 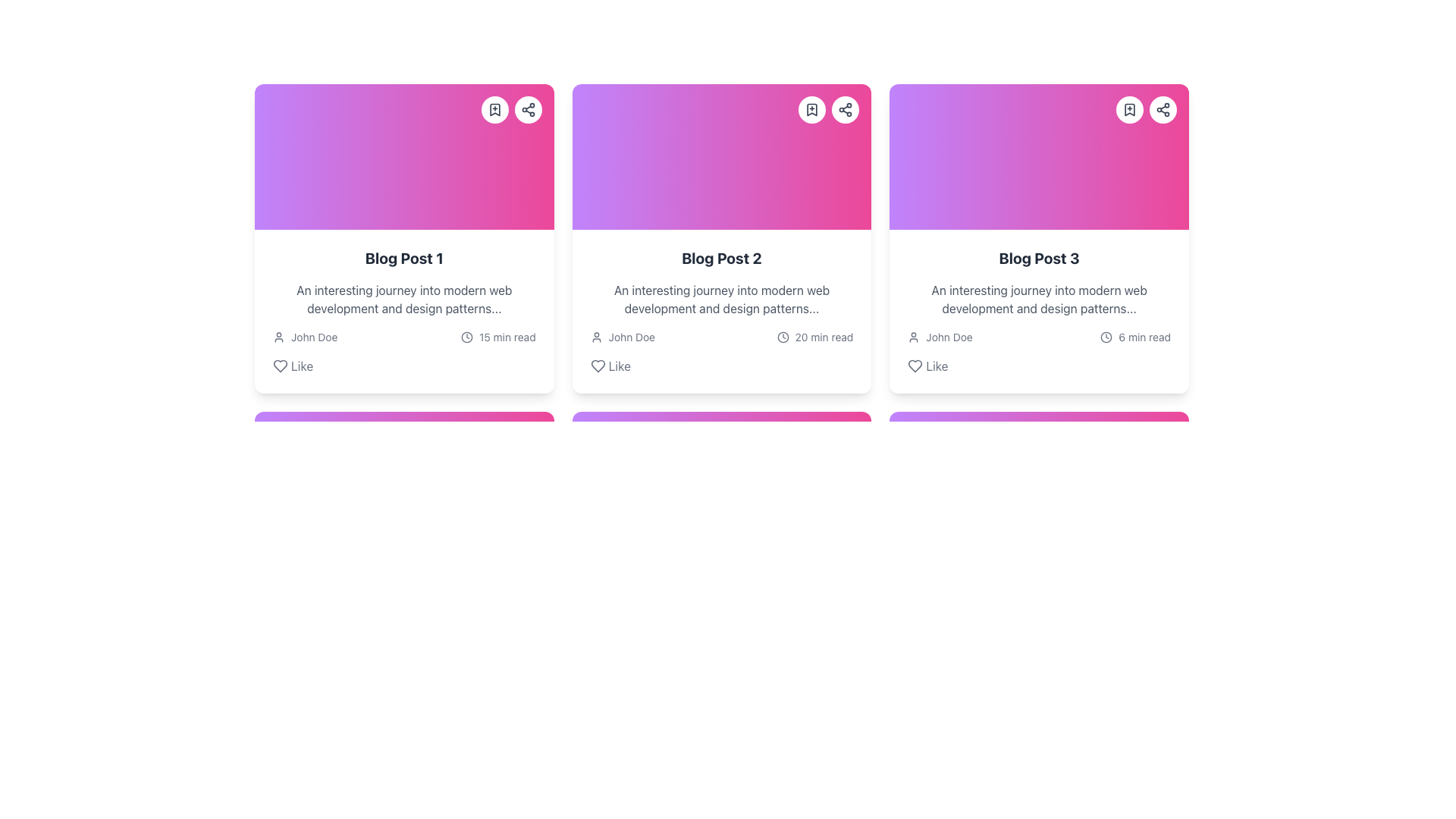 I want to click on text block displaying a concise description or teaser for the blog post content located within the card titled 'Blog Post 1', positioned directly below the title and above the additional information about the author and reading time, so click(x=404, y=299).